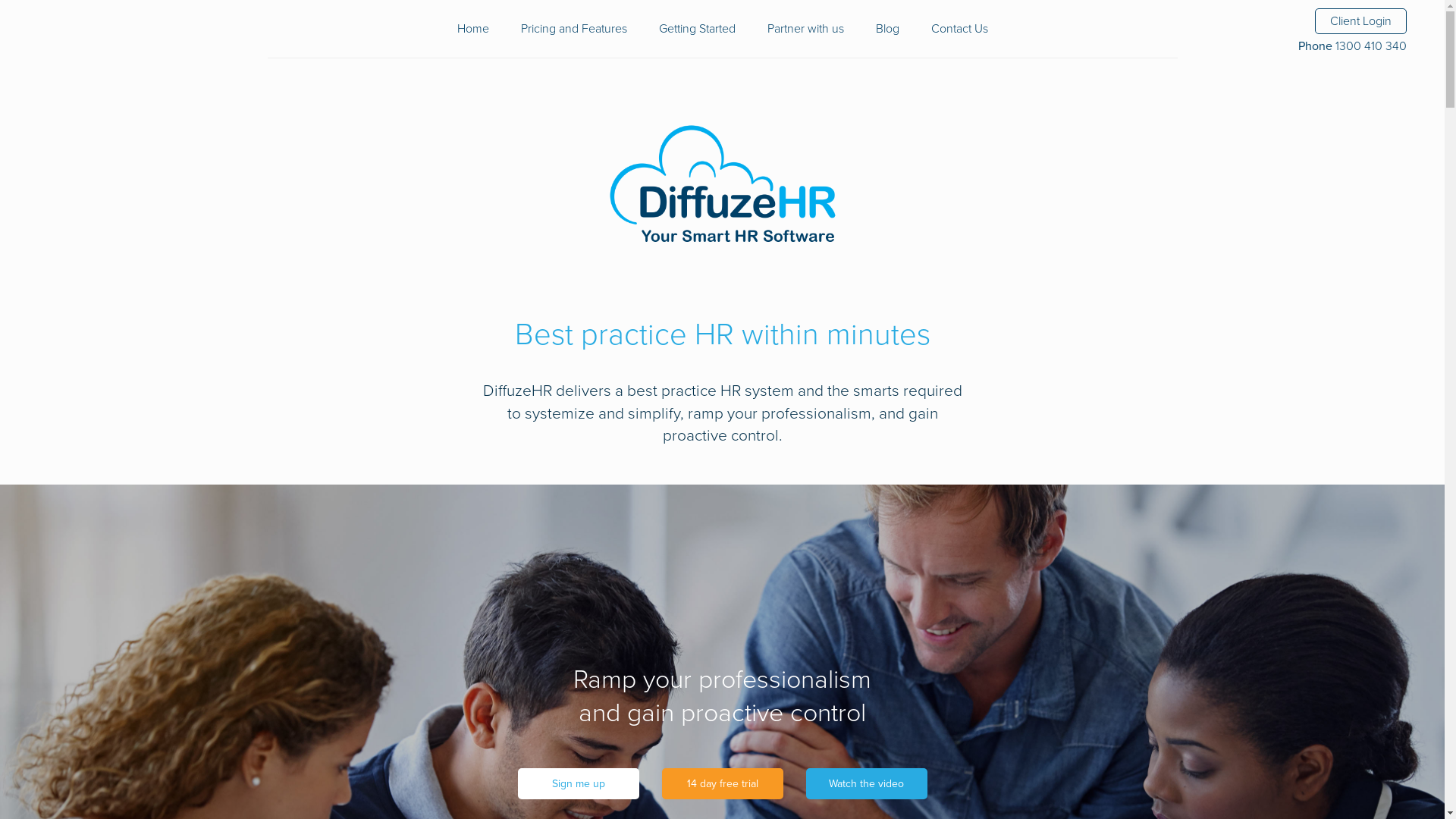  Describe the element at coordinates (472, 29) in the screenshot. I see `'Home'` at that location.